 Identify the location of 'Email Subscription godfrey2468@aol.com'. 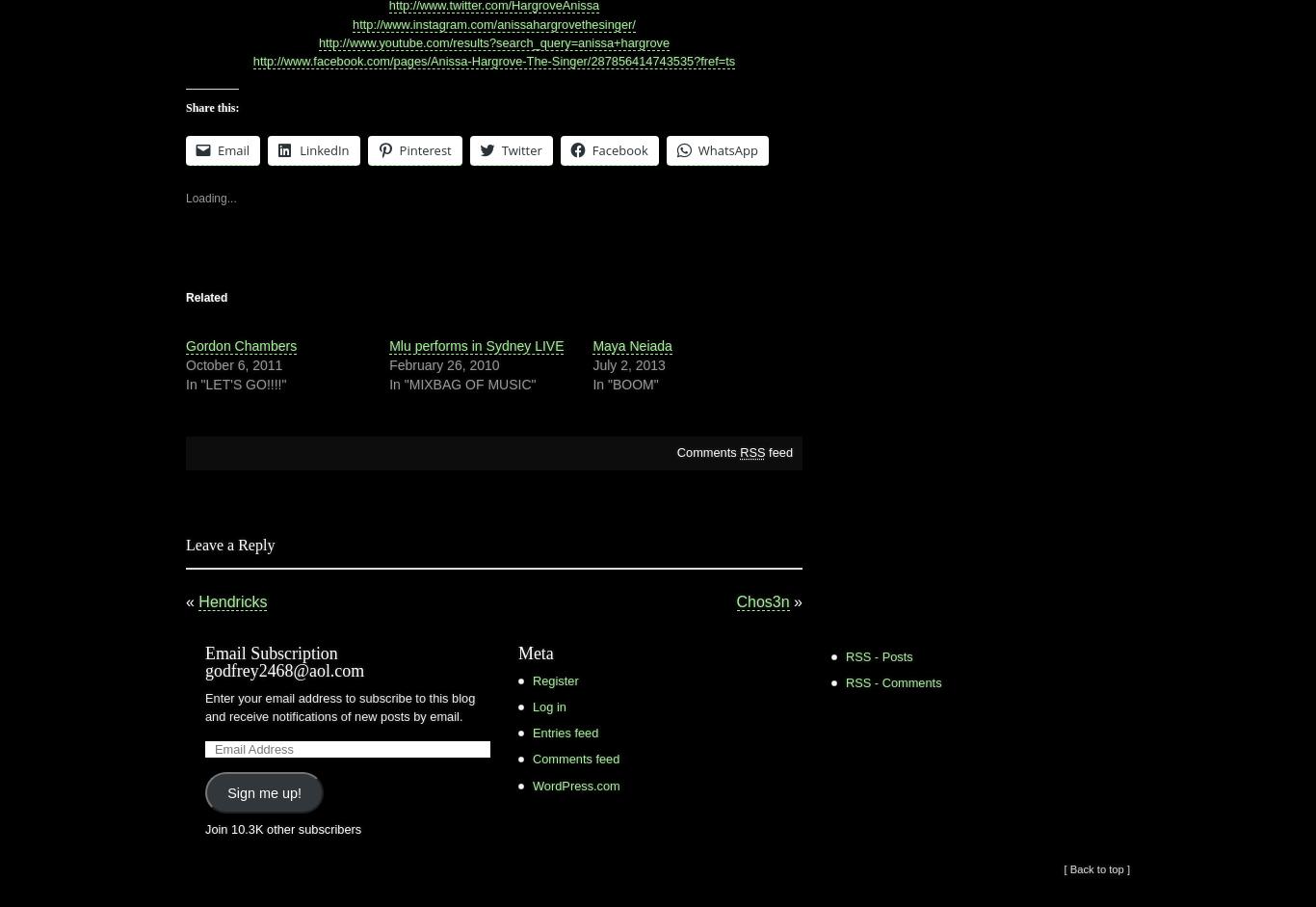
(284, 660).